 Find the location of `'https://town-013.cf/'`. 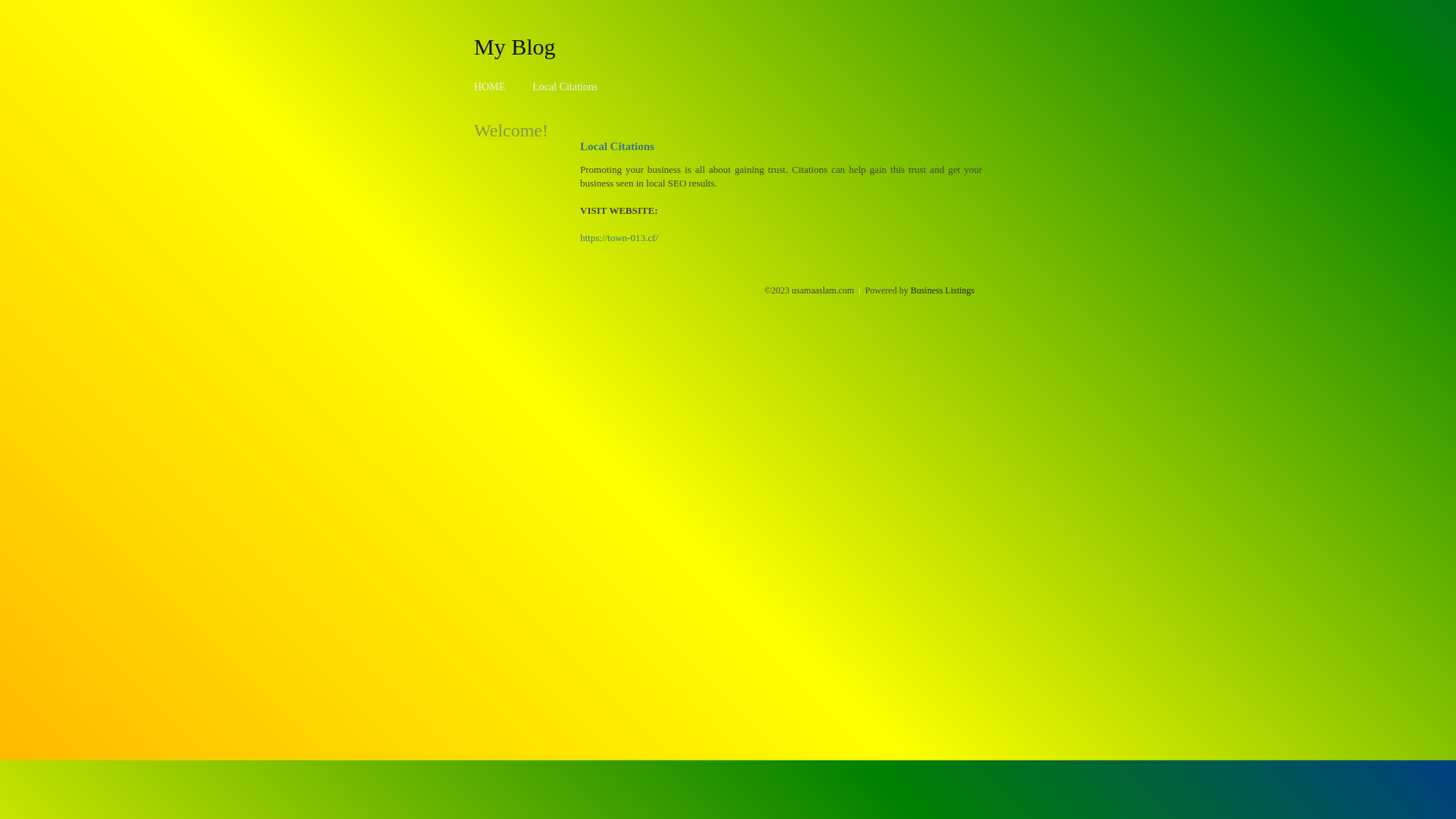

'https://town-013.cf/' is located at coordinates (619, 237).